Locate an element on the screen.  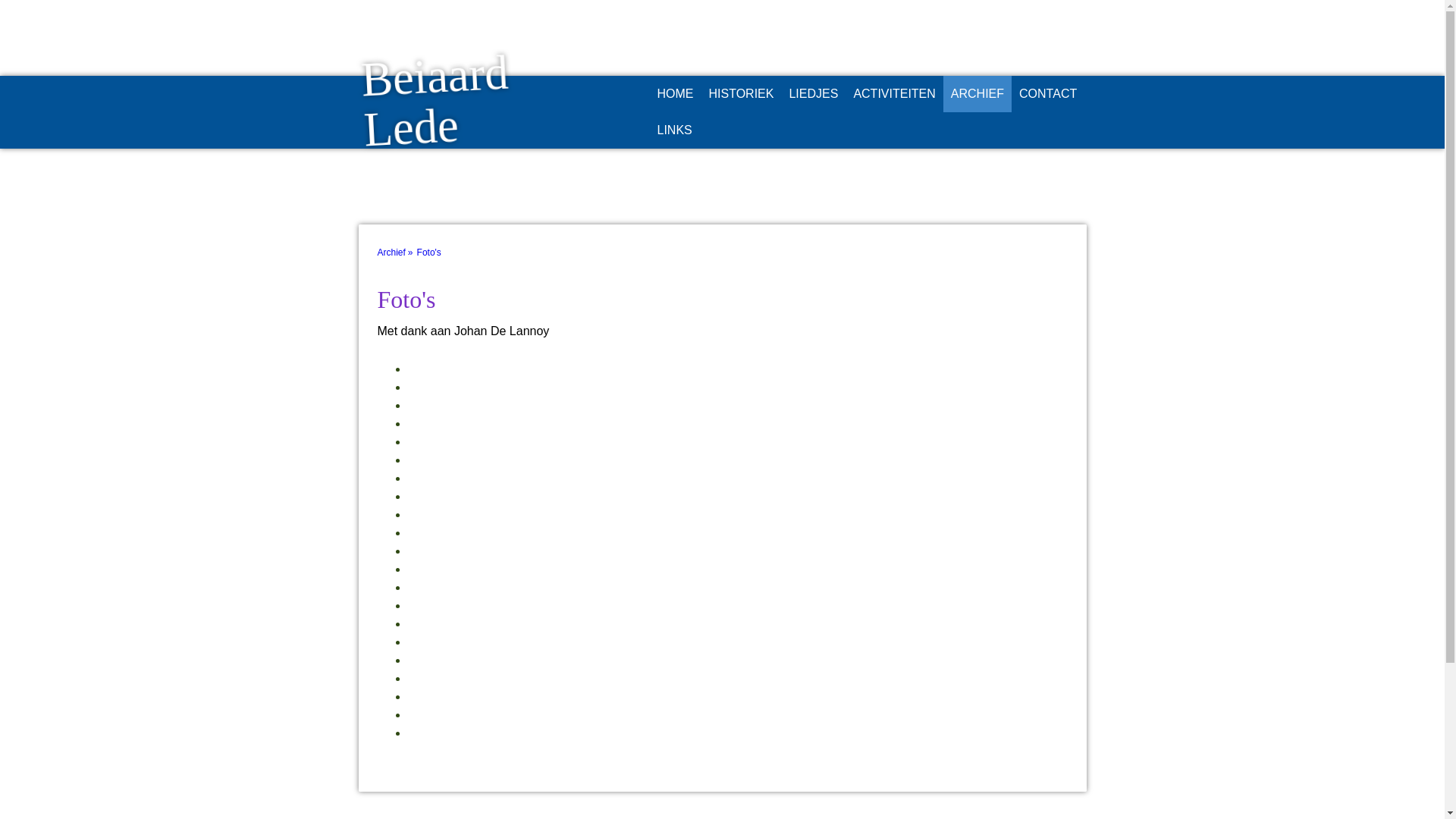
'LINKS' is located at coordinates (648, 130).